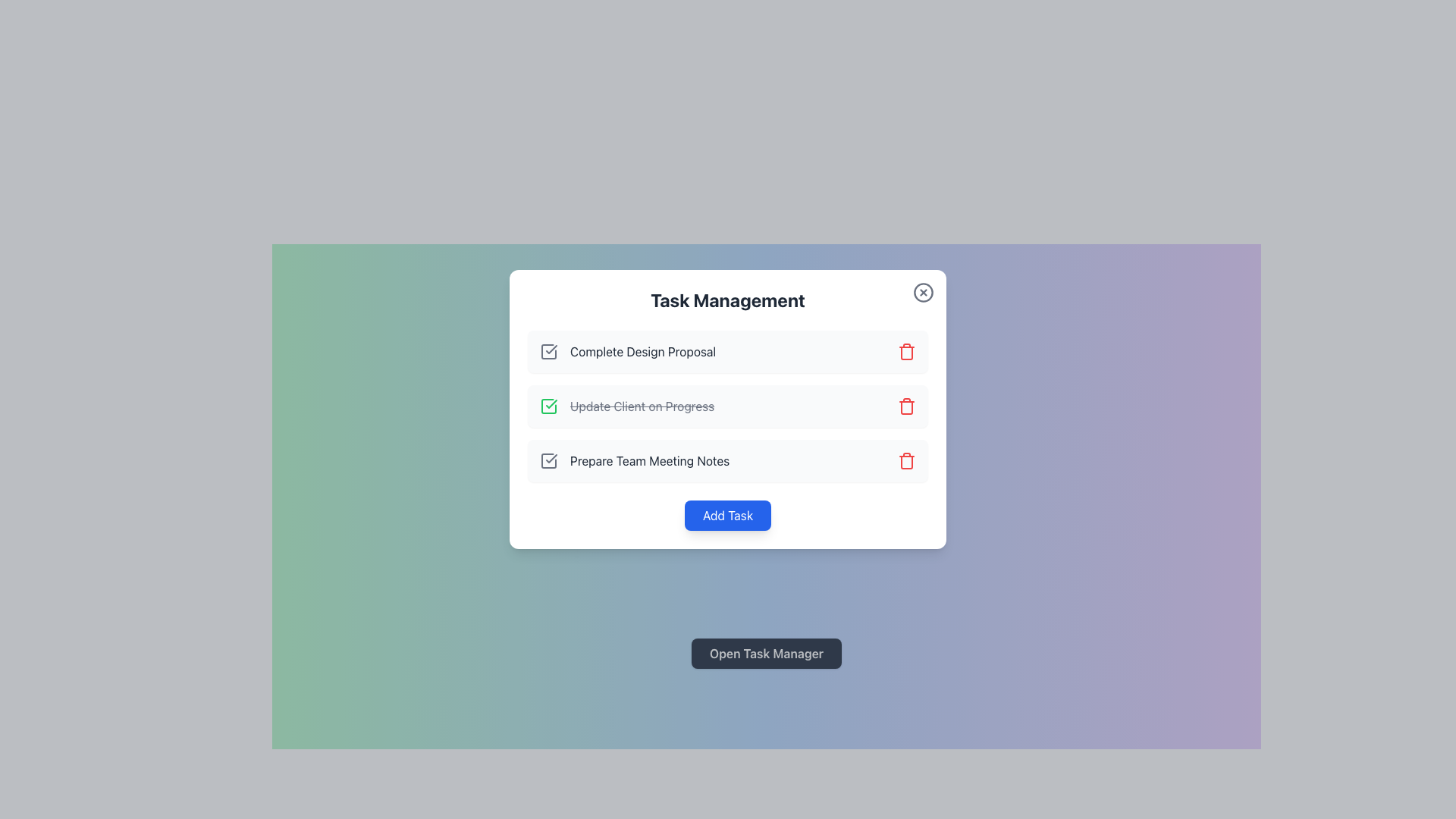  What do you see at coordinates (548, 460) in the screenshot?
I see `the checkbox icon with a checkmark inside, located adjacent to the text 'Prepare Team Meeting Notes' in the 'Task Management' panel` at bounding box center [548, 460].